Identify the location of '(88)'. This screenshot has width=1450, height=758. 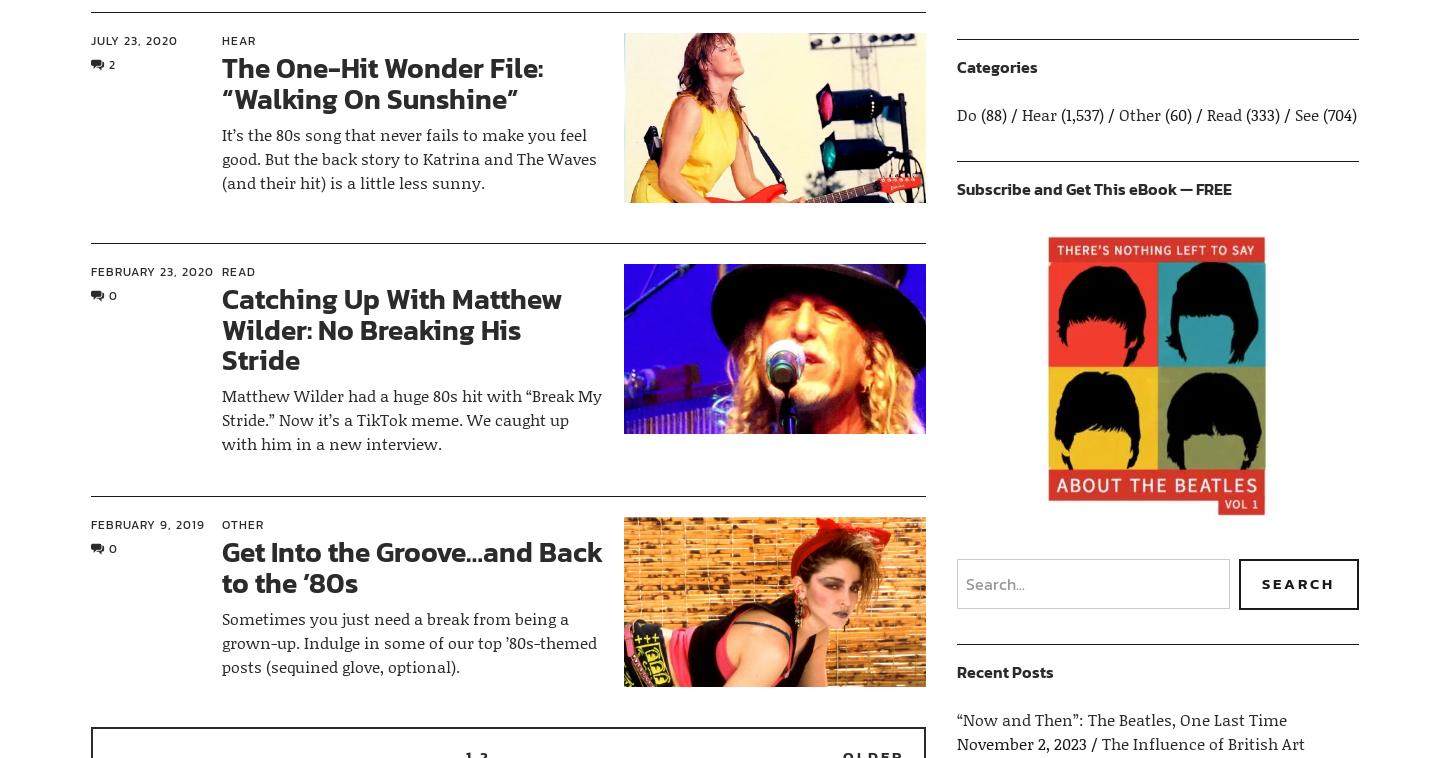
(992, 113).